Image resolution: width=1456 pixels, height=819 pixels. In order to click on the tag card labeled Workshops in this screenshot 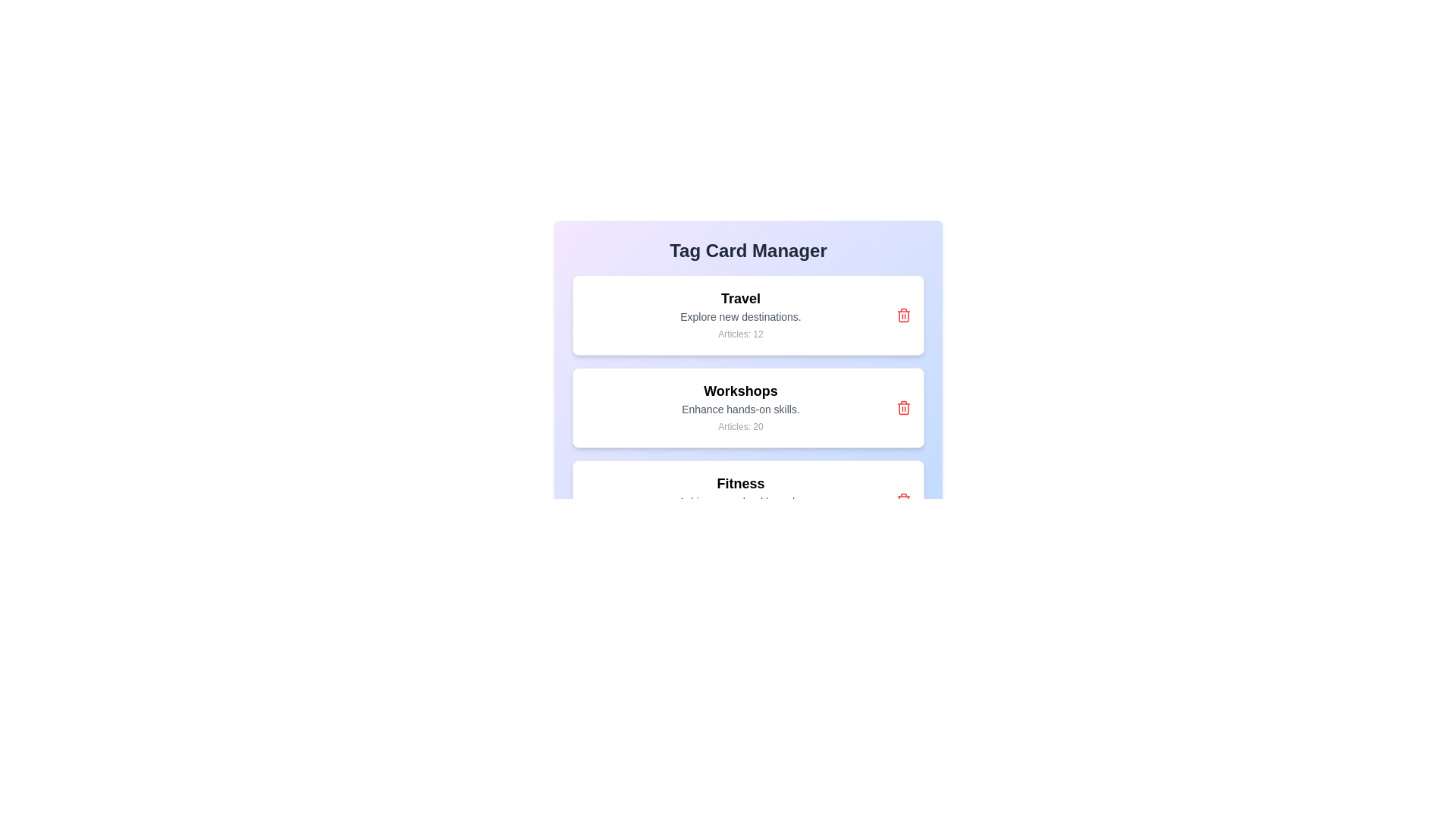, I will do `click(748, 406)`.